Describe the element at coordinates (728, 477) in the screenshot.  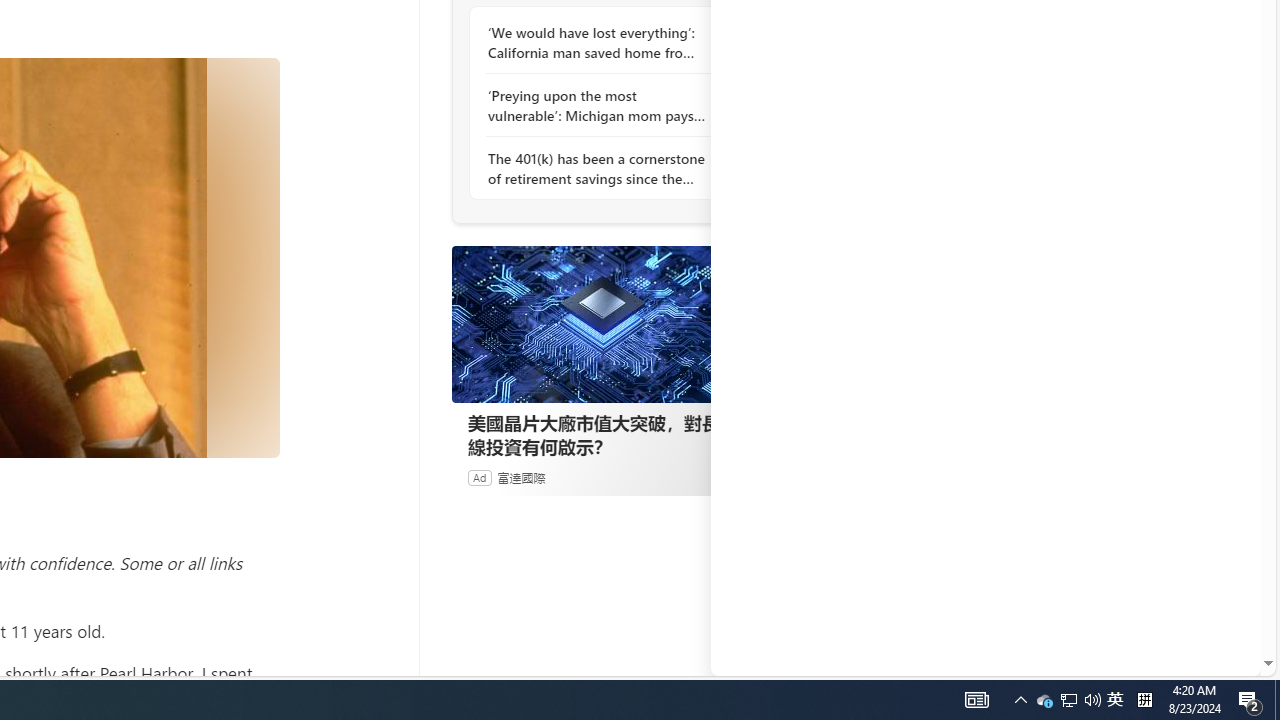
I see `'Ad Choice'` at that location.